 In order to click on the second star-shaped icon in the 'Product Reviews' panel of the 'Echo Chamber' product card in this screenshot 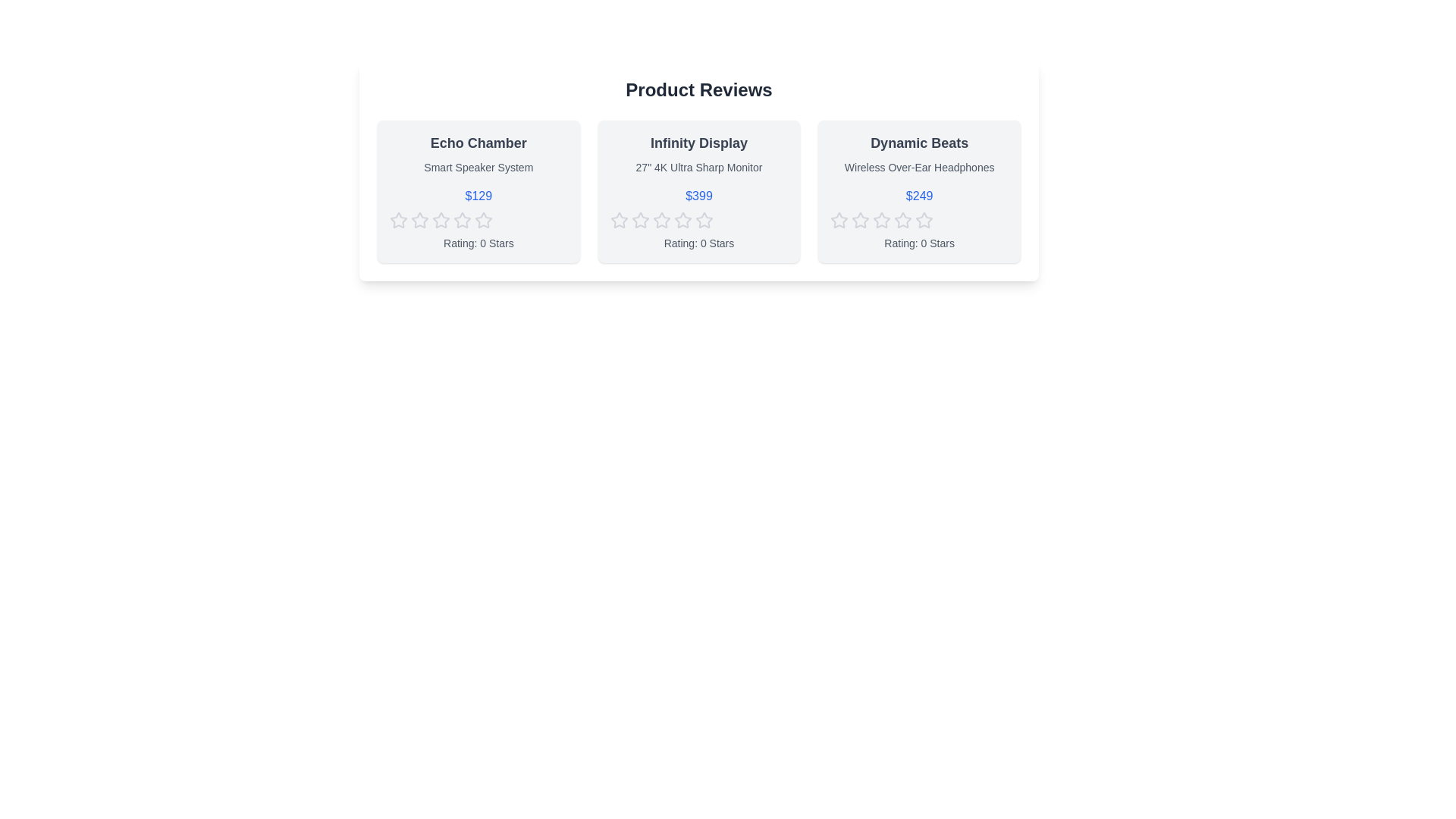, I will do `click(419, 220)`.